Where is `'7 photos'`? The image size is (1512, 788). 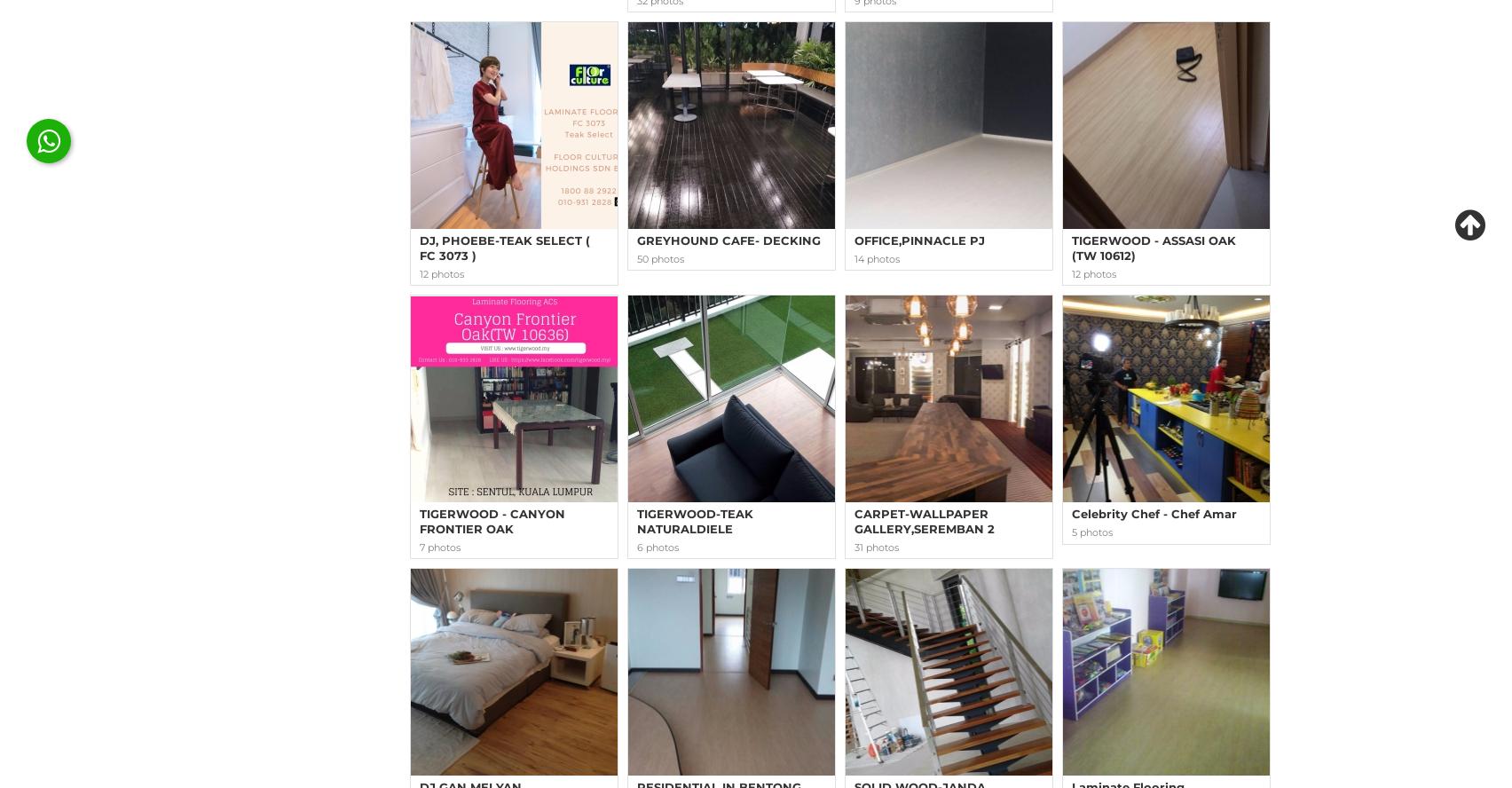
'7 photos' is located at coordinates (440, 546).